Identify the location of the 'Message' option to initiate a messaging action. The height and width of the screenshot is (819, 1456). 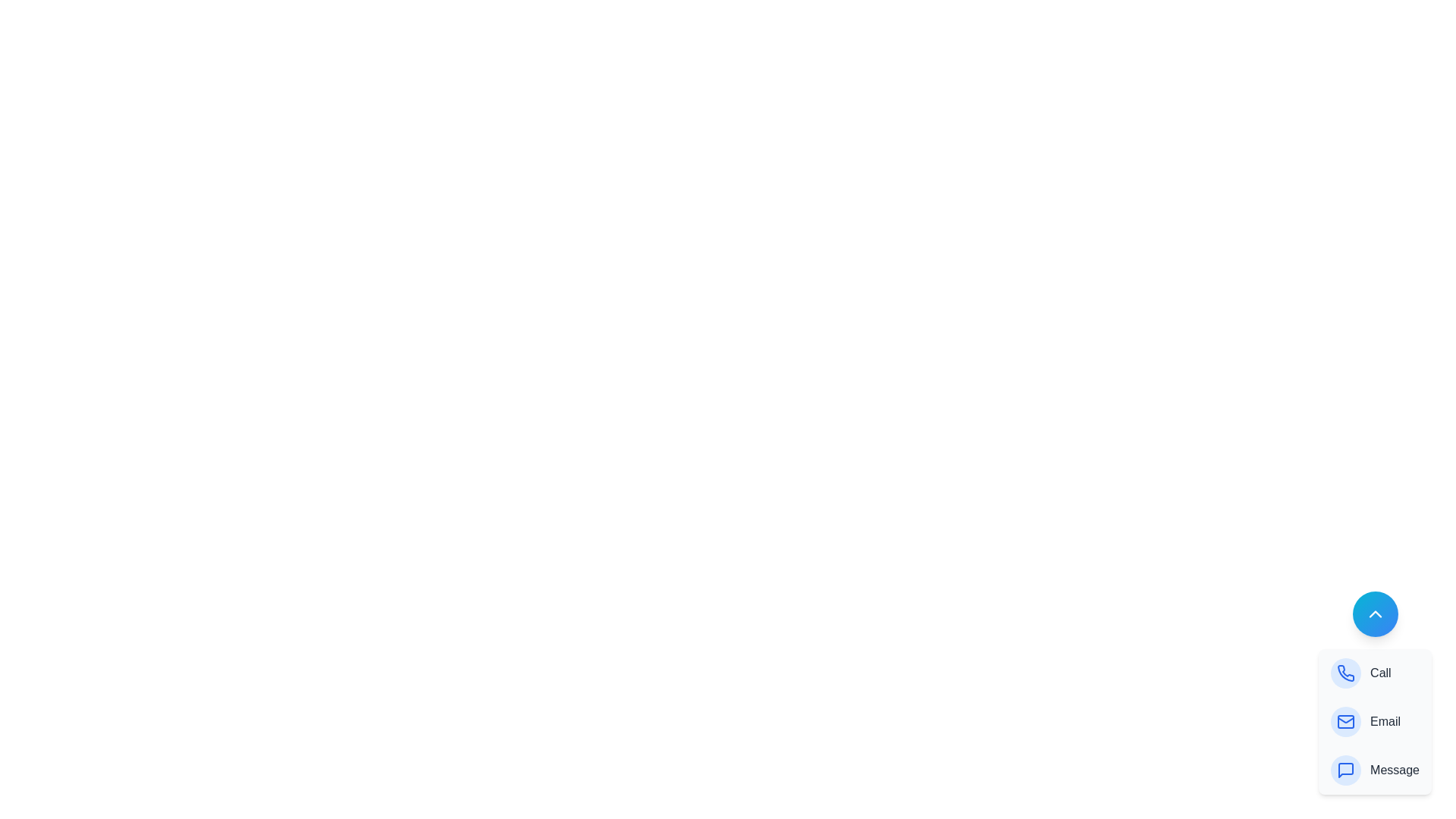
(1379, 770).